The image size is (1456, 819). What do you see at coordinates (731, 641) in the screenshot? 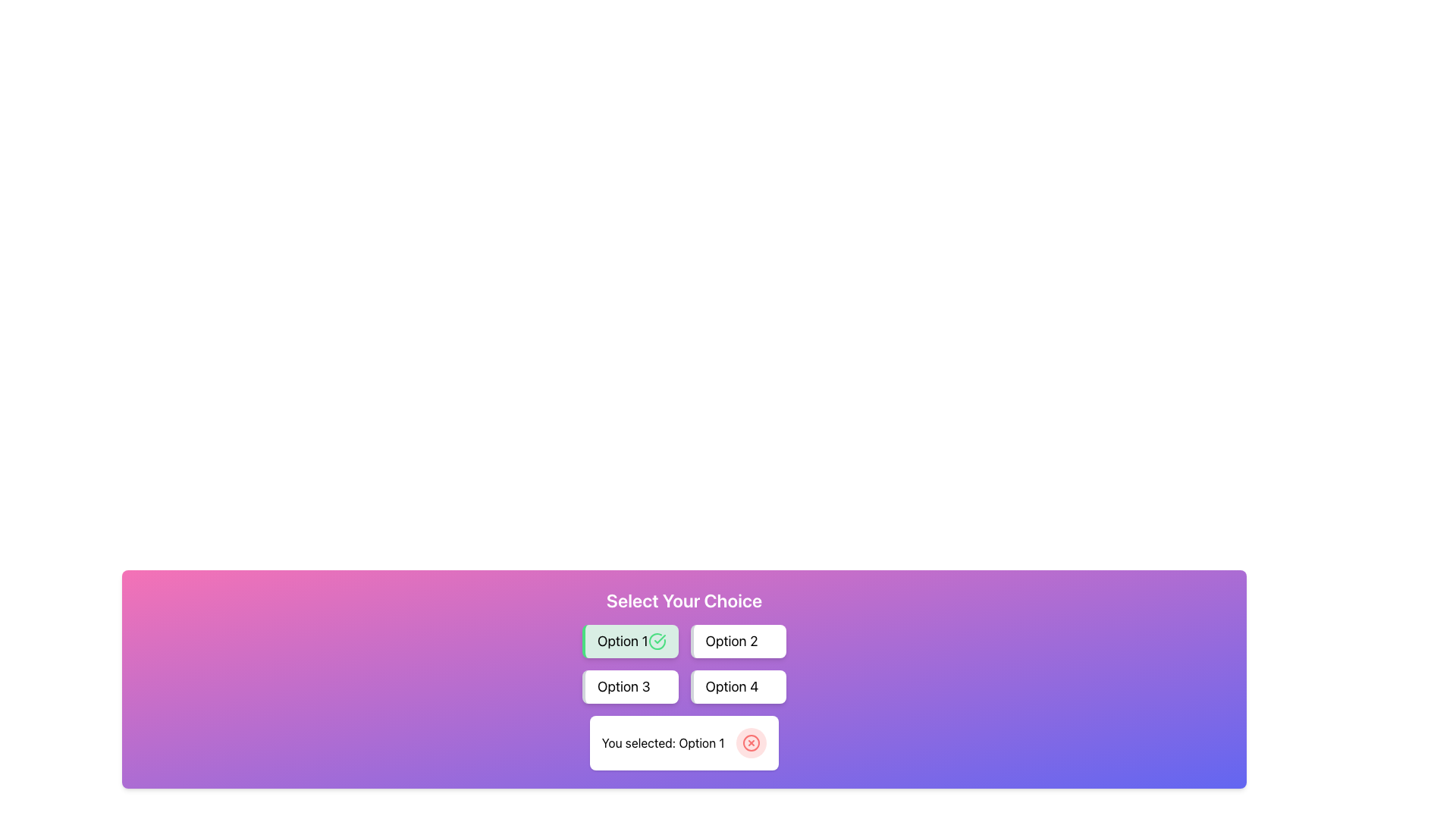
I see `the text label denoting 'Option 2' in the second box of a 2x2 grid layout, located below the title 'Select Your Choice'` at bounding box center [731, 641].